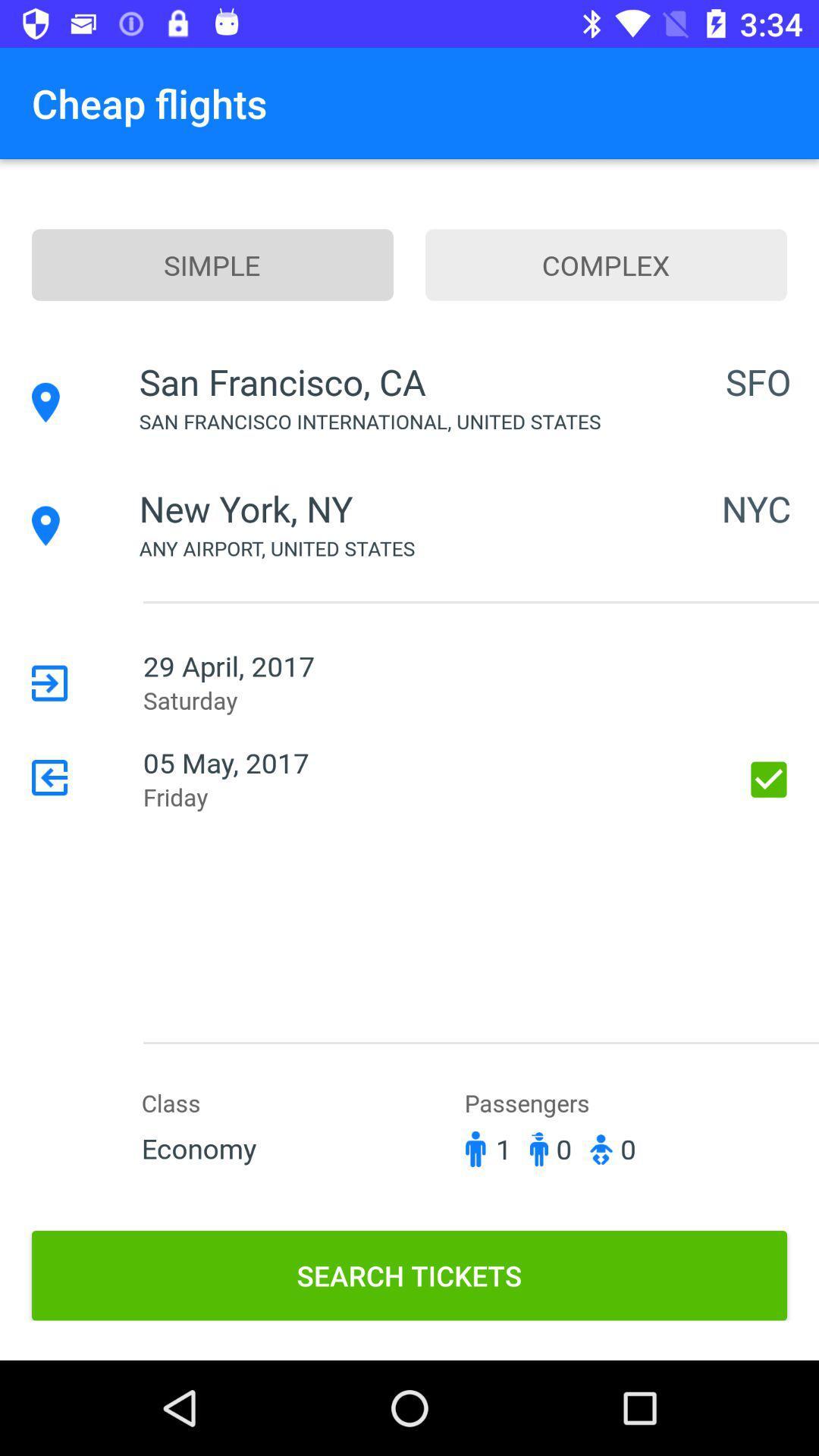 This screenshot has height=1456, width=819. What do you see at coordinates (605, 265) in the screenshot?
I see `complex icon` at bounding box center [605, 265].